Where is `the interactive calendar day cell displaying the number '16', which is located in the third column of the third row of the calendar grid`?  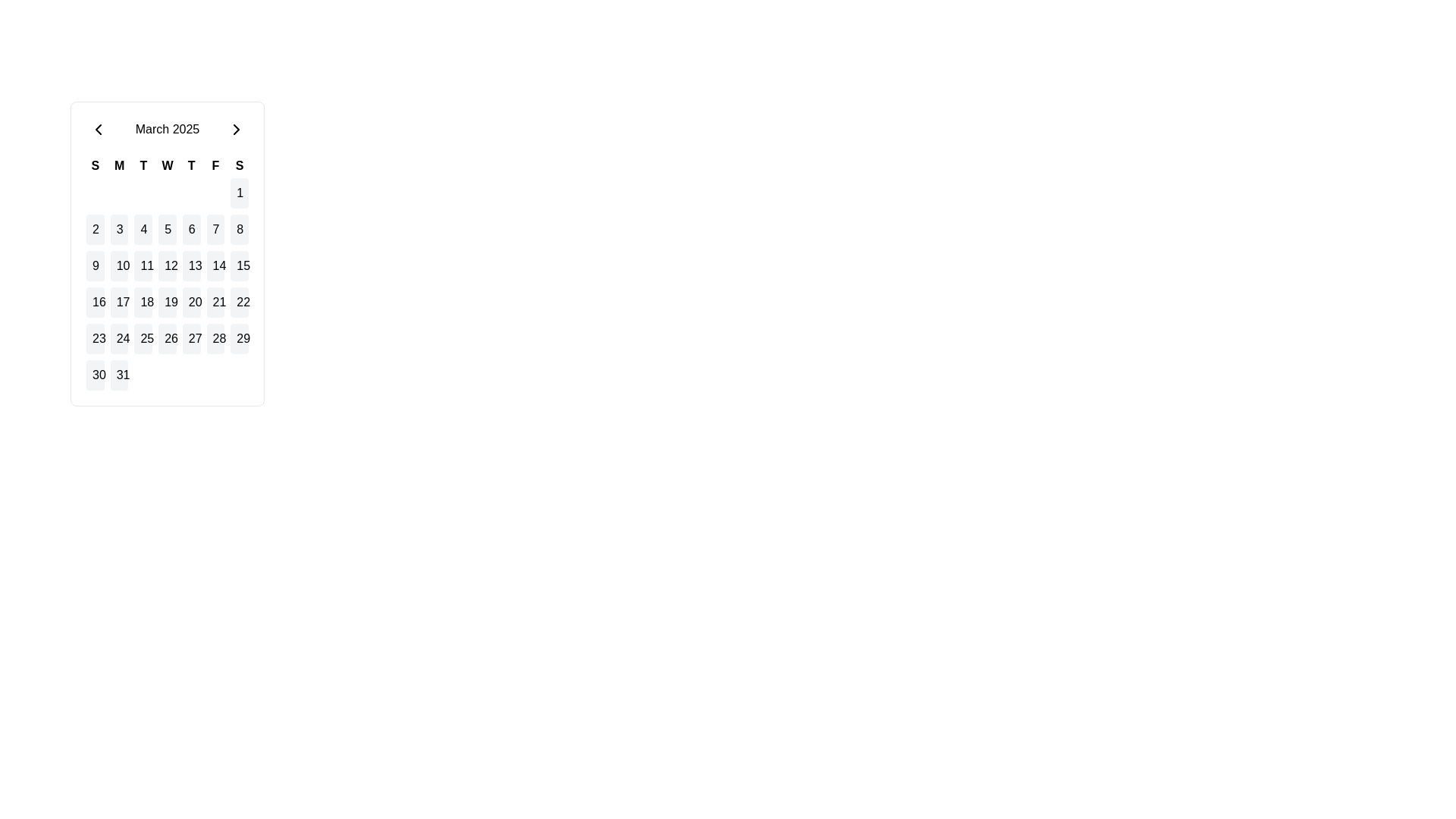 the interactive calendar day cell displaying the number '16', which is located in the third column of the third row of the calendar grid is located at coordinates (94, 302).